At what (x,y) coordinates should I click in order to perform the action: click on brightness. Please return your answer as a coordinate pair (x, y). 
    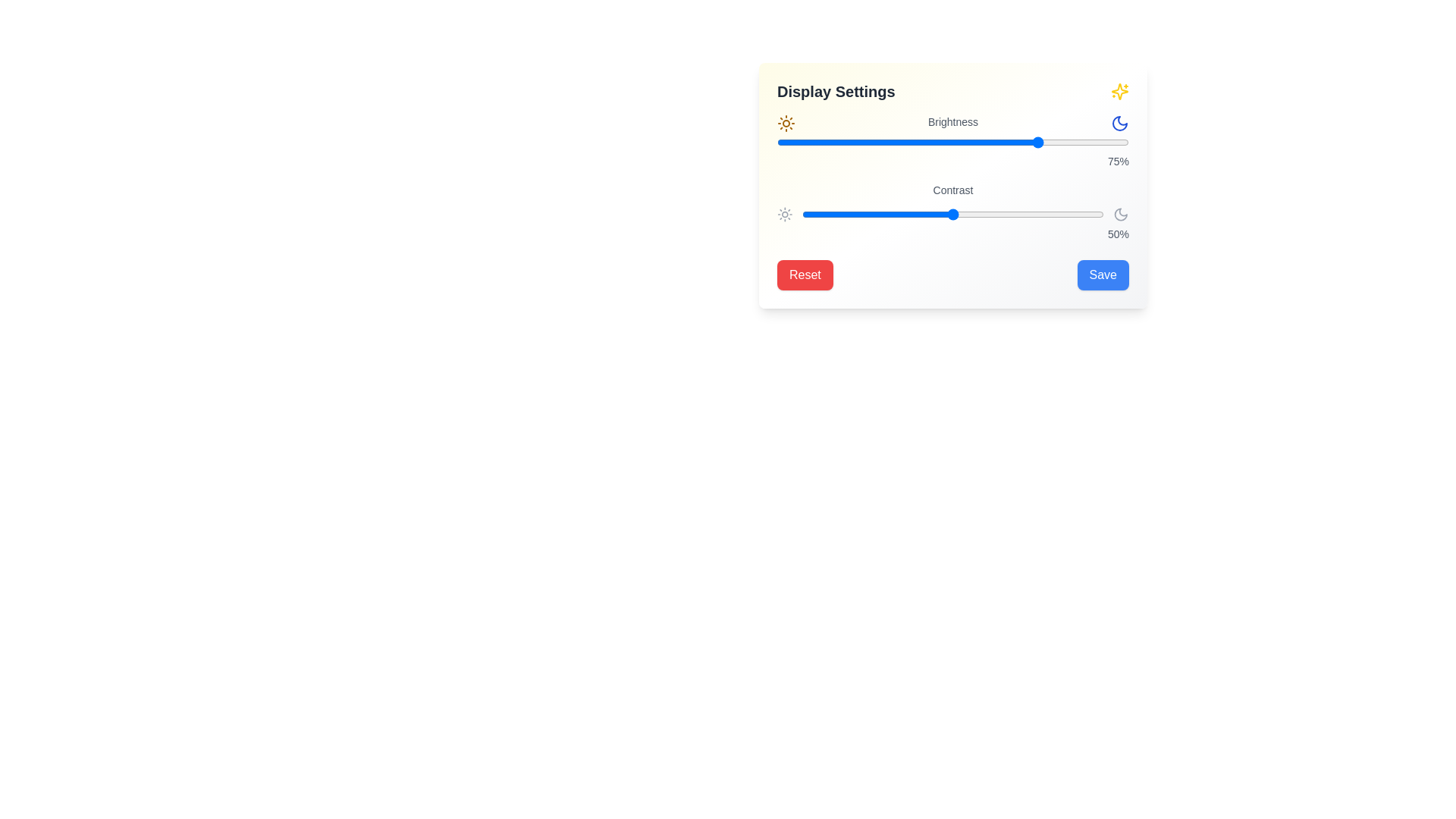
    Looking at the image, I should click on (836, 143).